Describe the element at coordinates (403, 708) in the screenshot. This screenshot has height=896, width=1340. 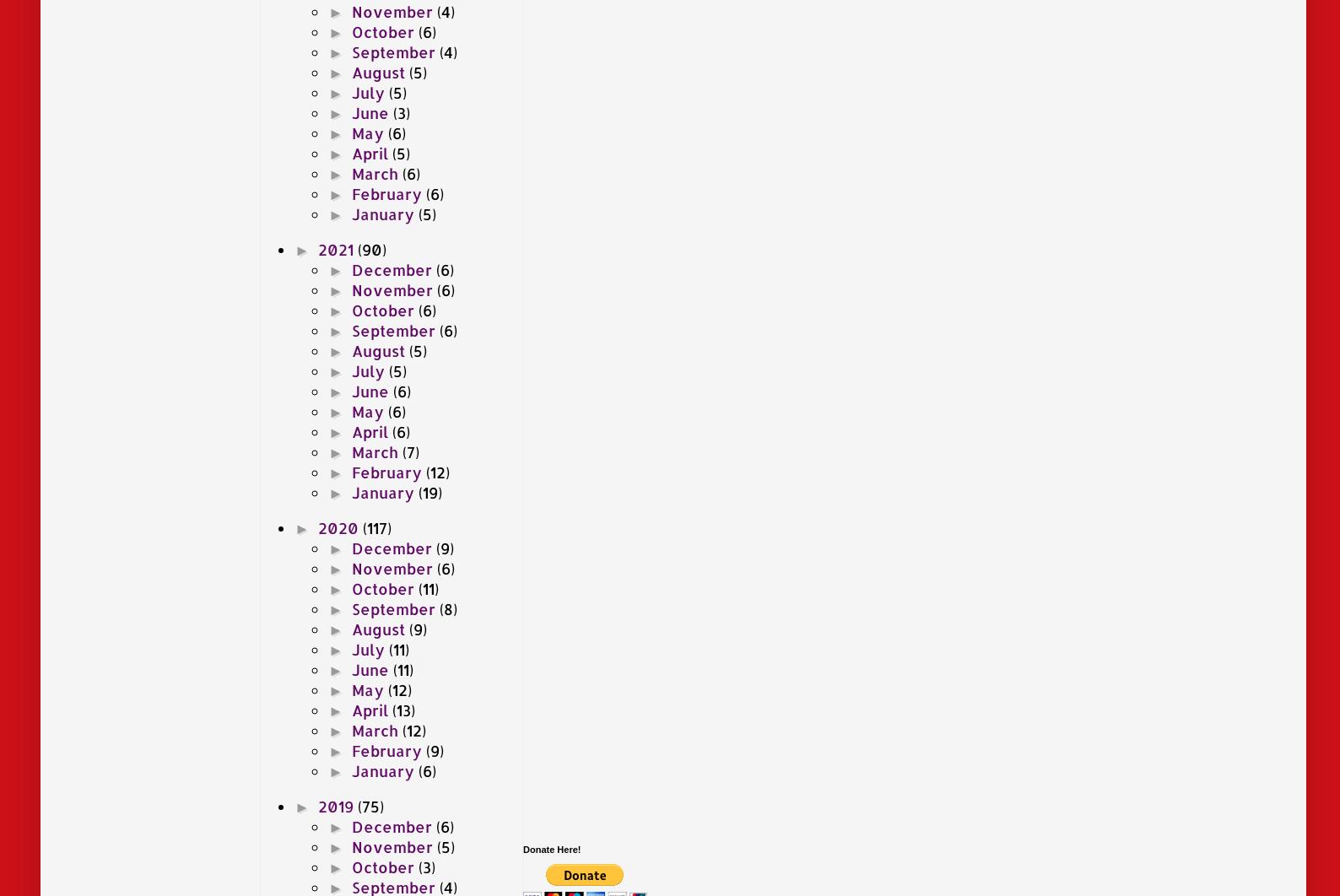
I see `'(13)'` at that location.